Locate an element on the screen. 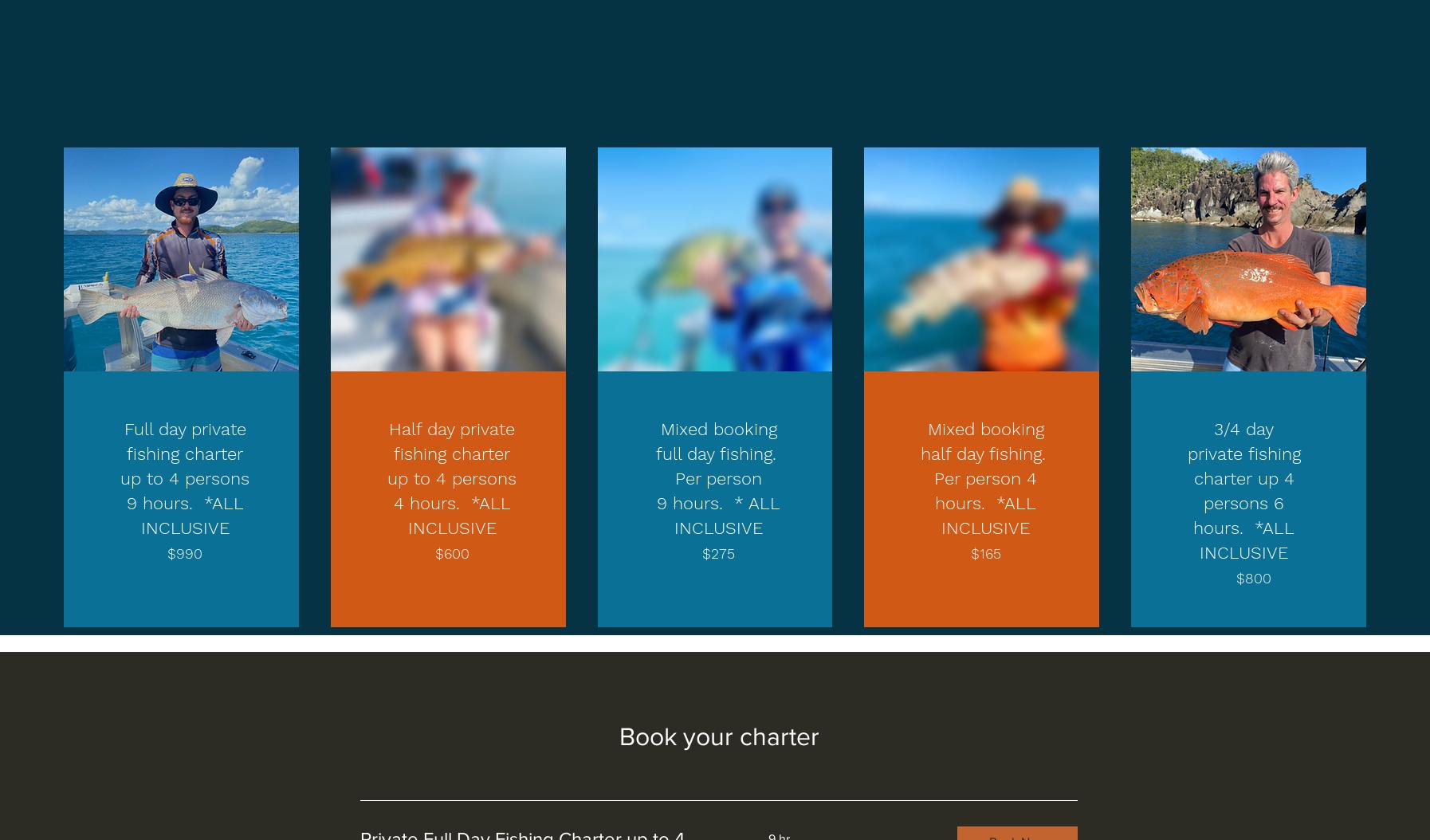 Image resolution: width=1430 pixels, height=840 pixels. '$275' is located at coordinates (717, 552).